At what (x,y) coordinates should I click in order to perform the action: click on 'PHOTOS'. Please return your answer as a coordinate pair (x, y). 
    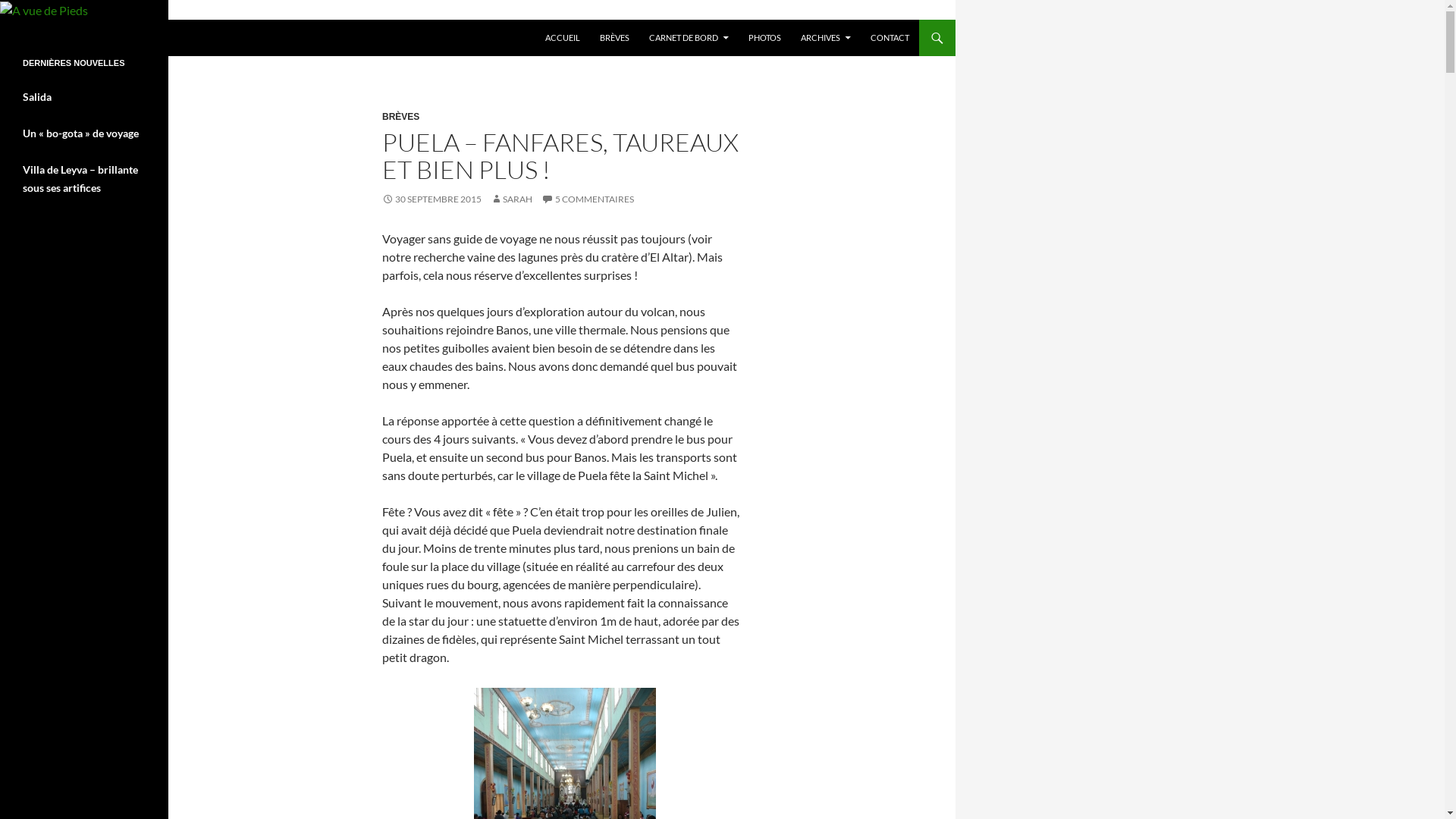
    Looking at the image, I should click on (764, 37).